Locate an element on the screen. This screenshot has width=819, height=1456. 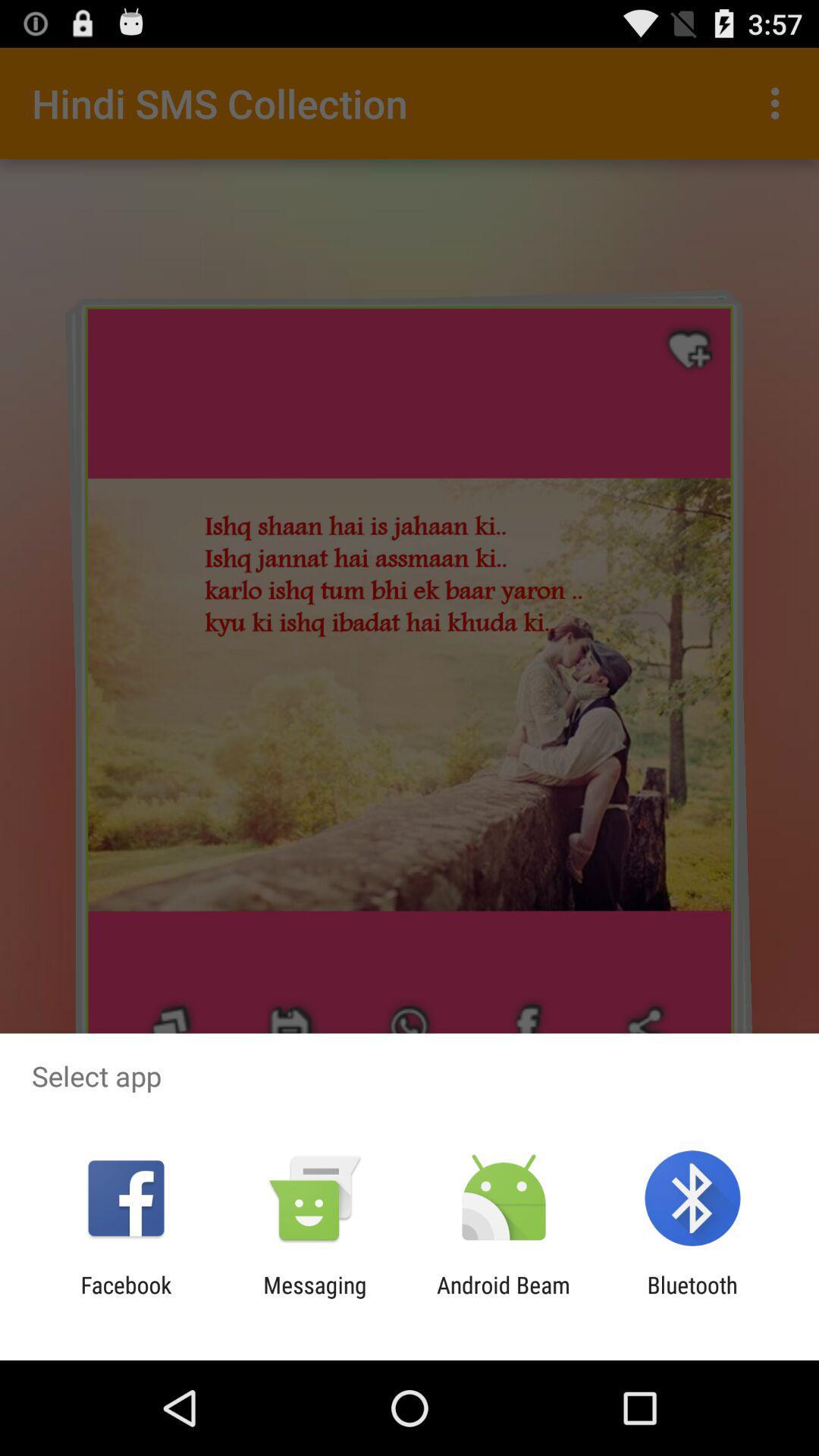
the app to the right of the facebook app is located at coordinates (314, 1298).